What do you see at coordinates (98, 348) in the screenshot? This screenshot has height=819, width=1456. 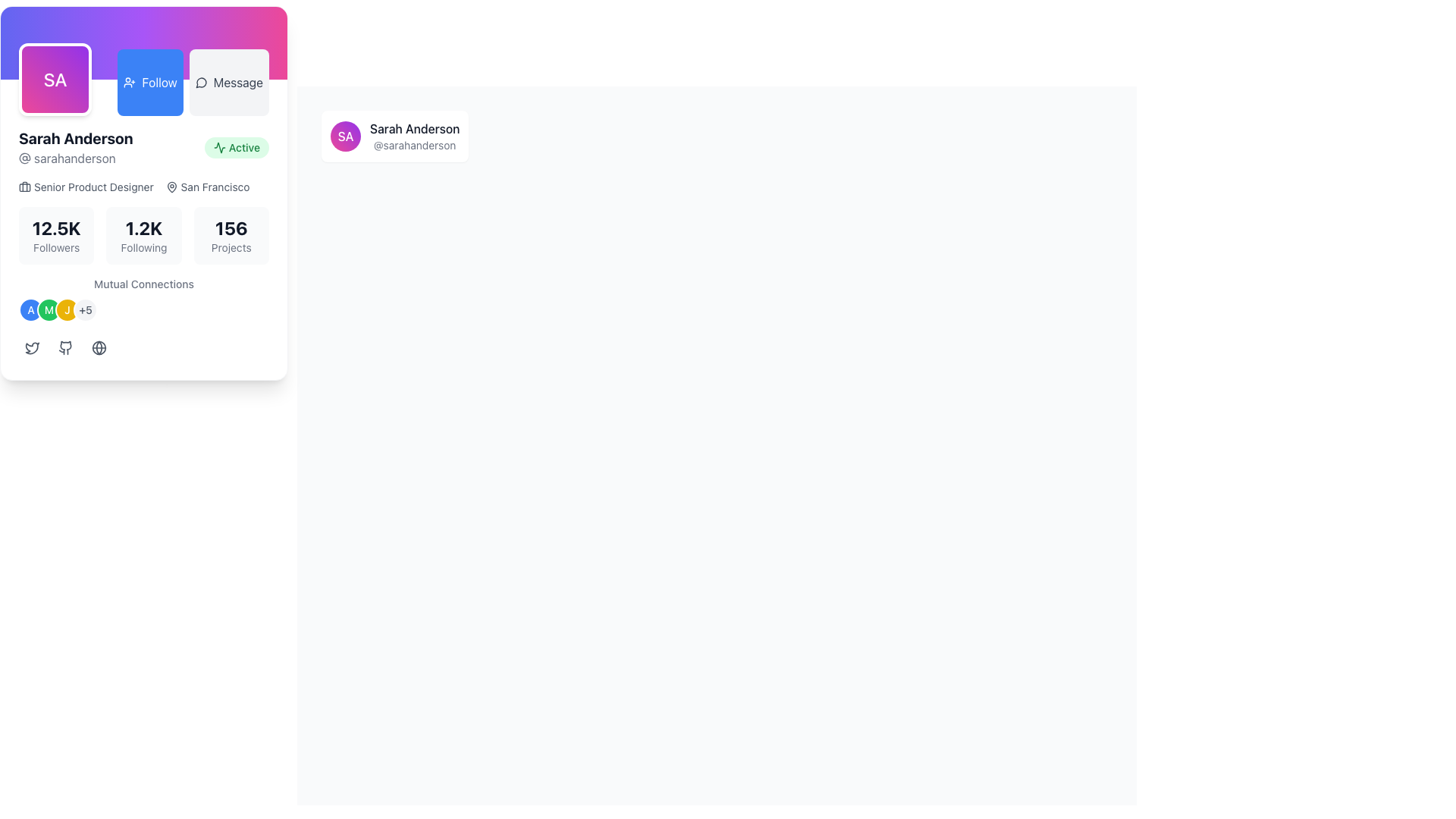 I see `the icon located at the bottom-left part of the user profile card, which potentially links to a webpage or external resource related to the user profile` at bounding box center [98, 348].